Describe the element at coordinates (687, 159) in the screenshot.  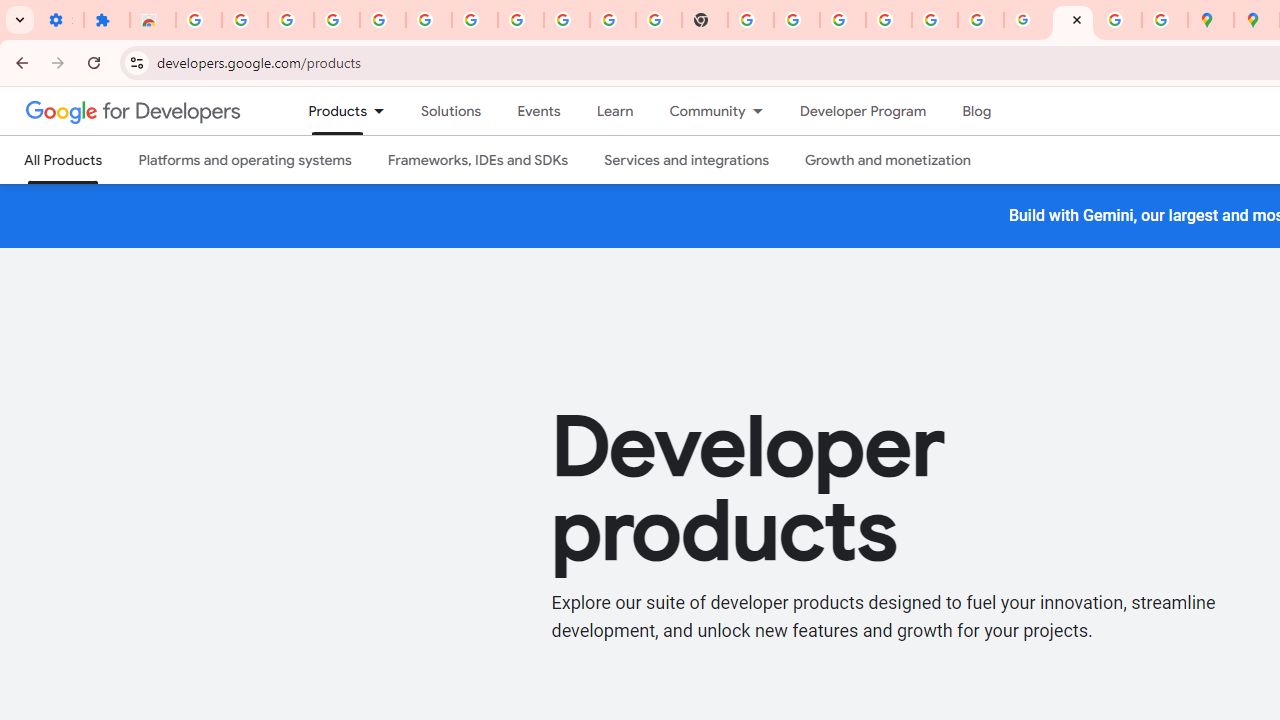
I see `'Services and integrations'` at that location.